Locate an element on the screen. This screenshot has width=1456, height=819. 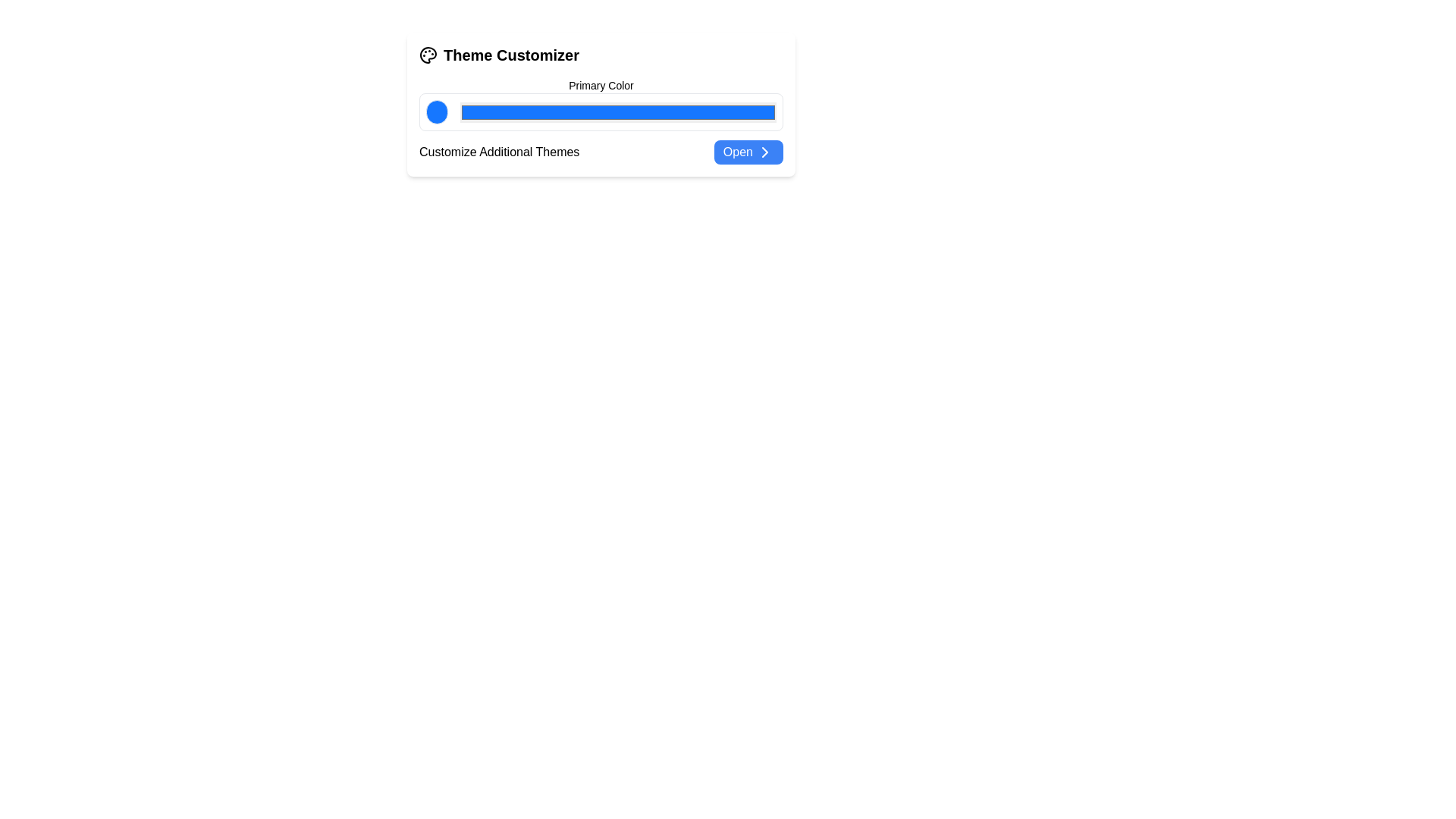
the composite element combining a label and a button for customizing additional themes is located at coordinates (600, 152).